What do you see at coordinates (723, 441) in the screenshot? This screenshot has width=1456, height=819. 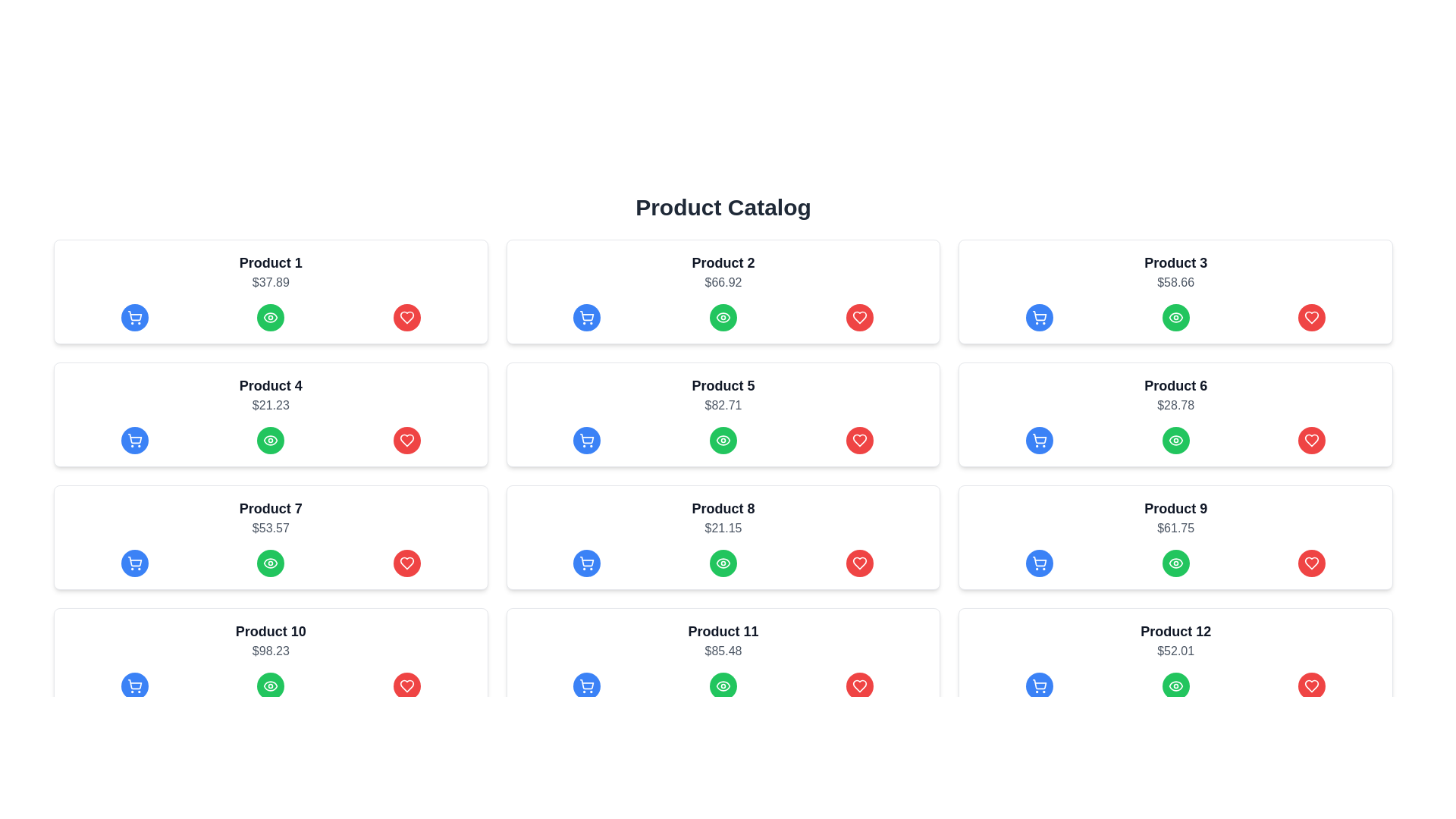 I see `the 'view' Icon Button located in the fifth product card titled 'Product 5', positioned centrally below the product title and price, to activate visual feedback` at bounding box center [723, 441].